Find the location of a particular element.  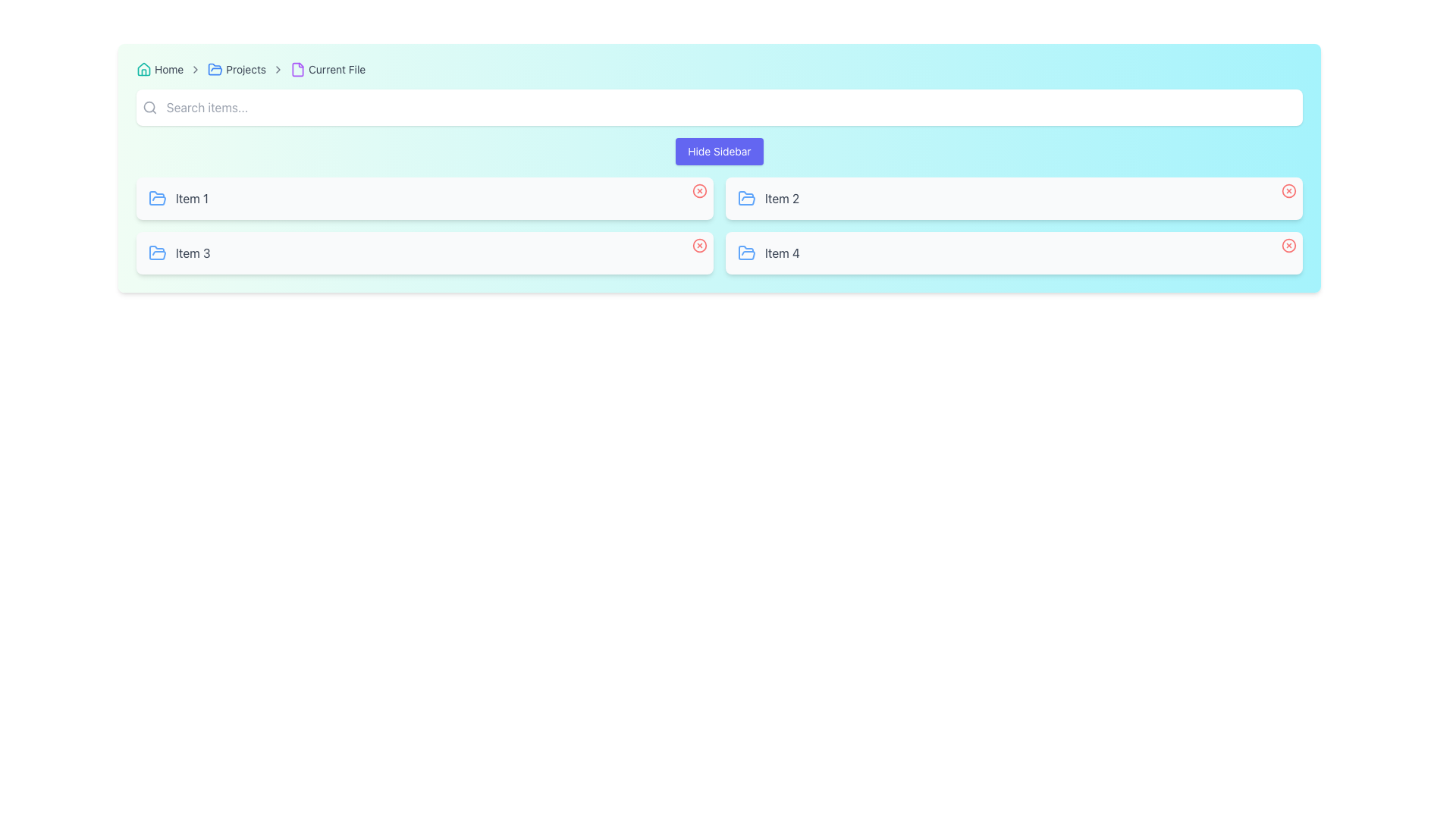

the rectangular card labeled 'Item 3' with a blue folder icon and a red 'x' button in the top-right corner is located at coordinates (425, 253).